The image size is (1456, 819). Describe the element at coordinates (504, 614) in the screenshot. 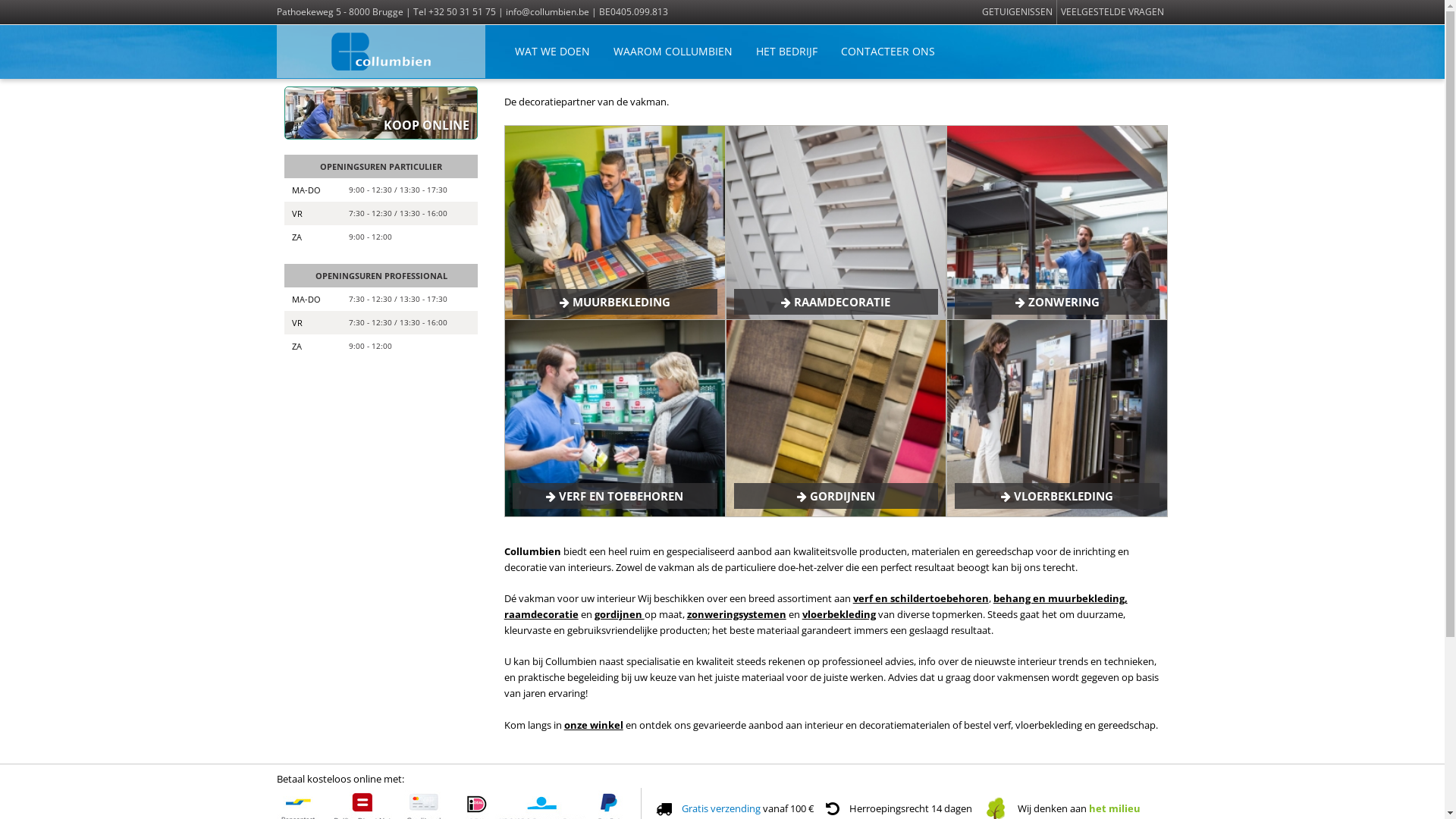

I see `'raamdecoratie'` at that location.